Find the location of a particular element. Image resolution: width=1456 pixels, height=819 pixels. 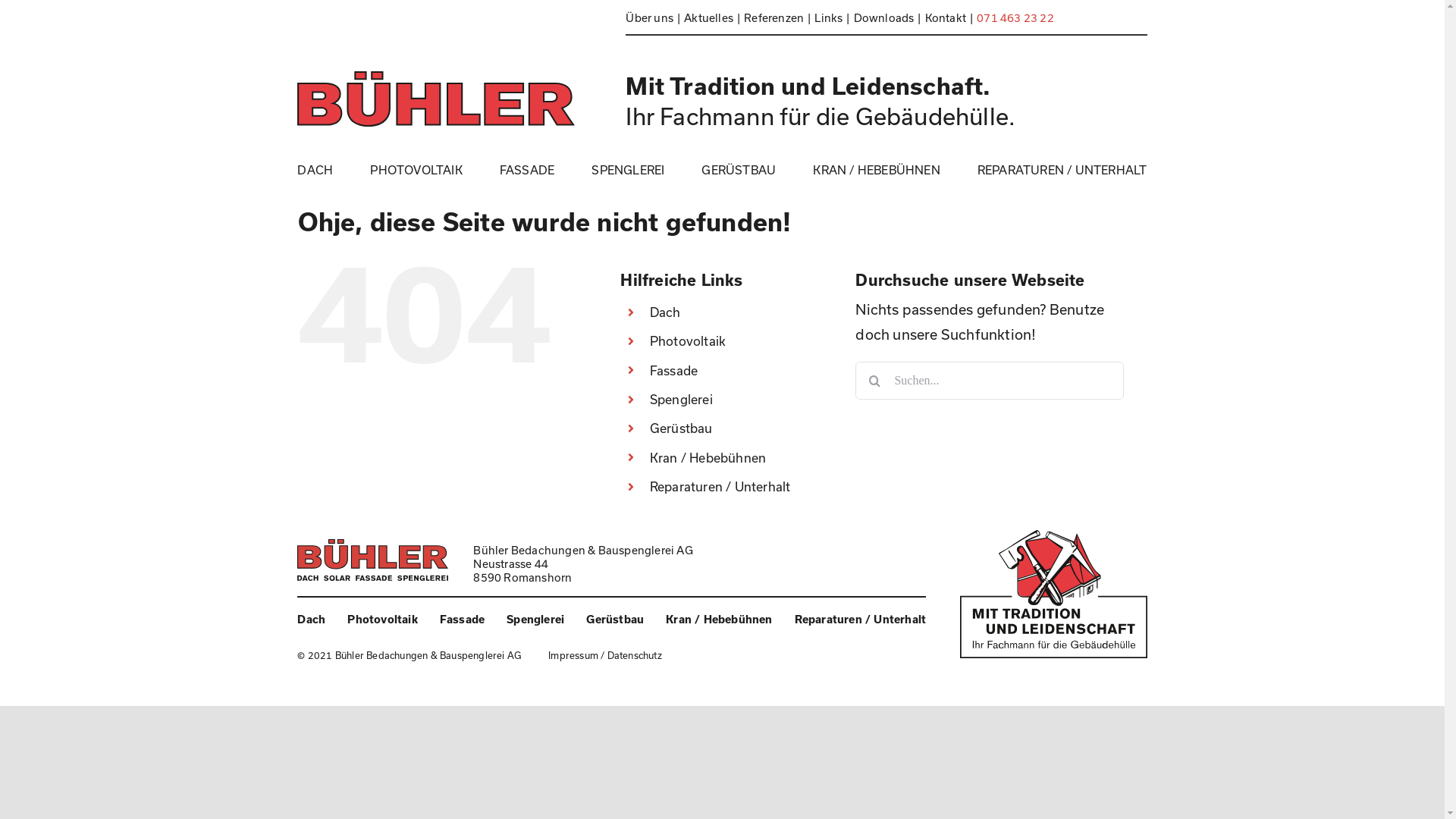

'Fassade' is located at coordinates (673, 370).